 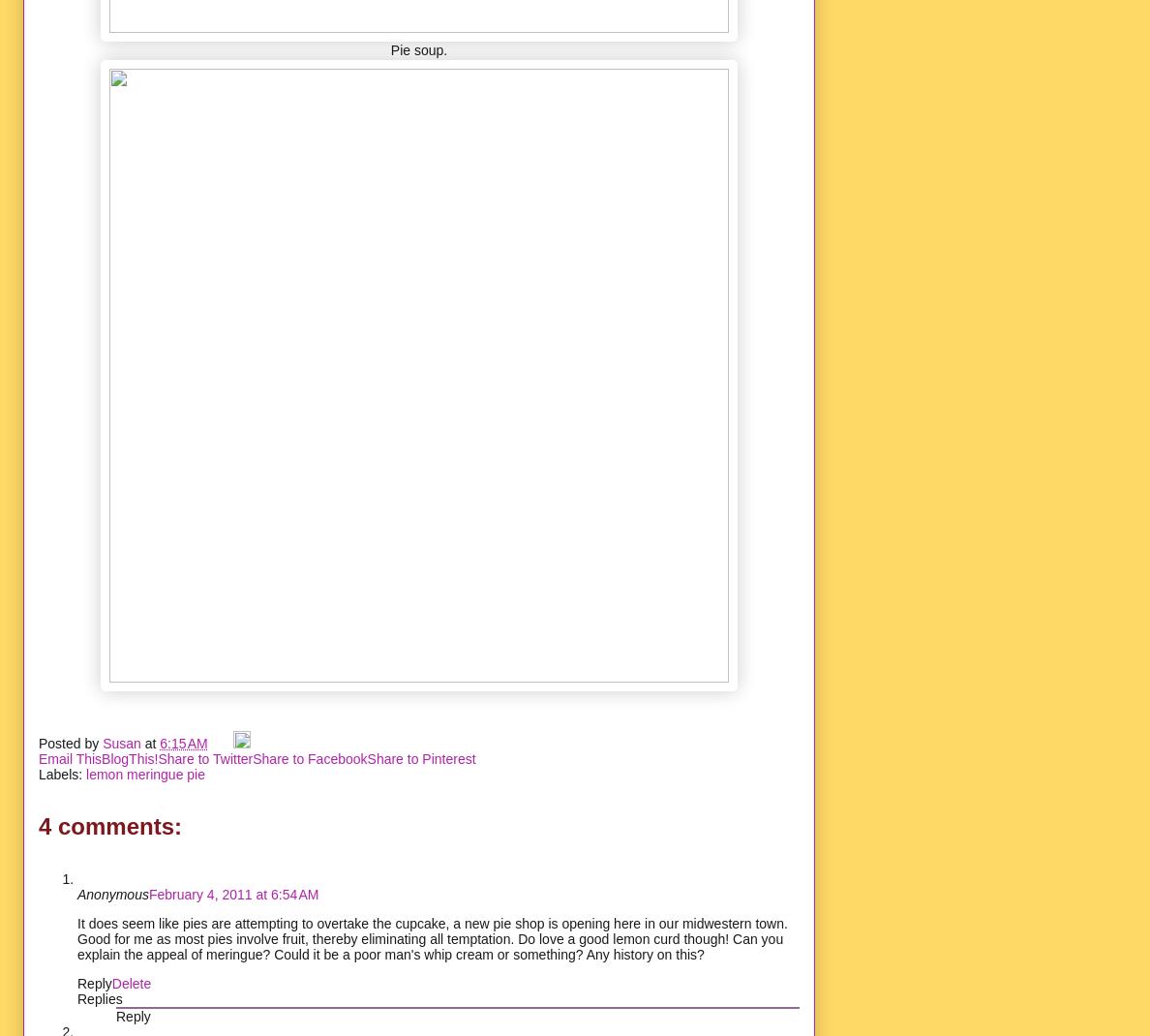 I want to click on 'lemon meringue pie', so click(x=145, y=774).